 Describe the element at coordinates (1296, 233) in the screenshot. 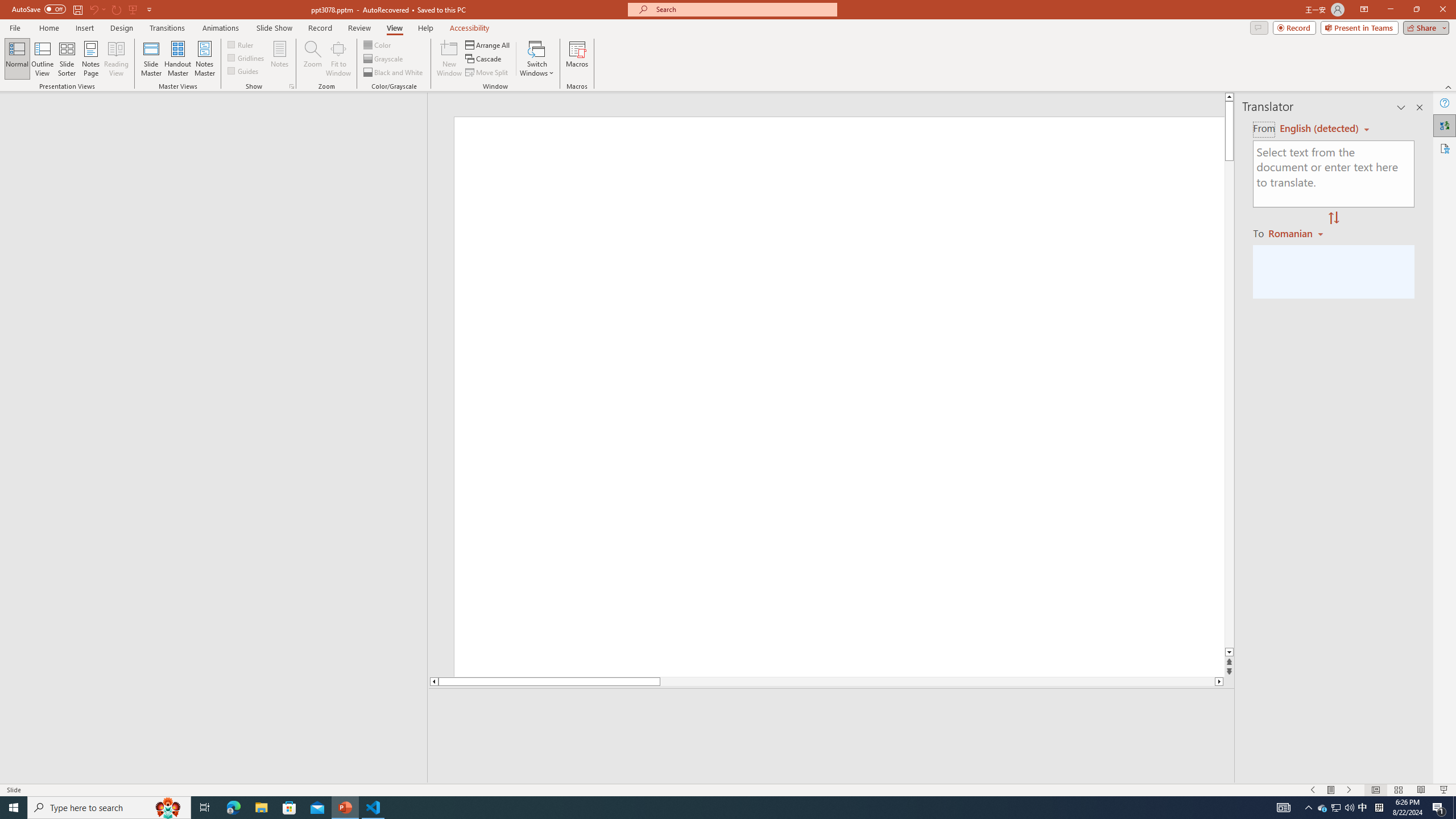

I see `'Romanian'` at that location.